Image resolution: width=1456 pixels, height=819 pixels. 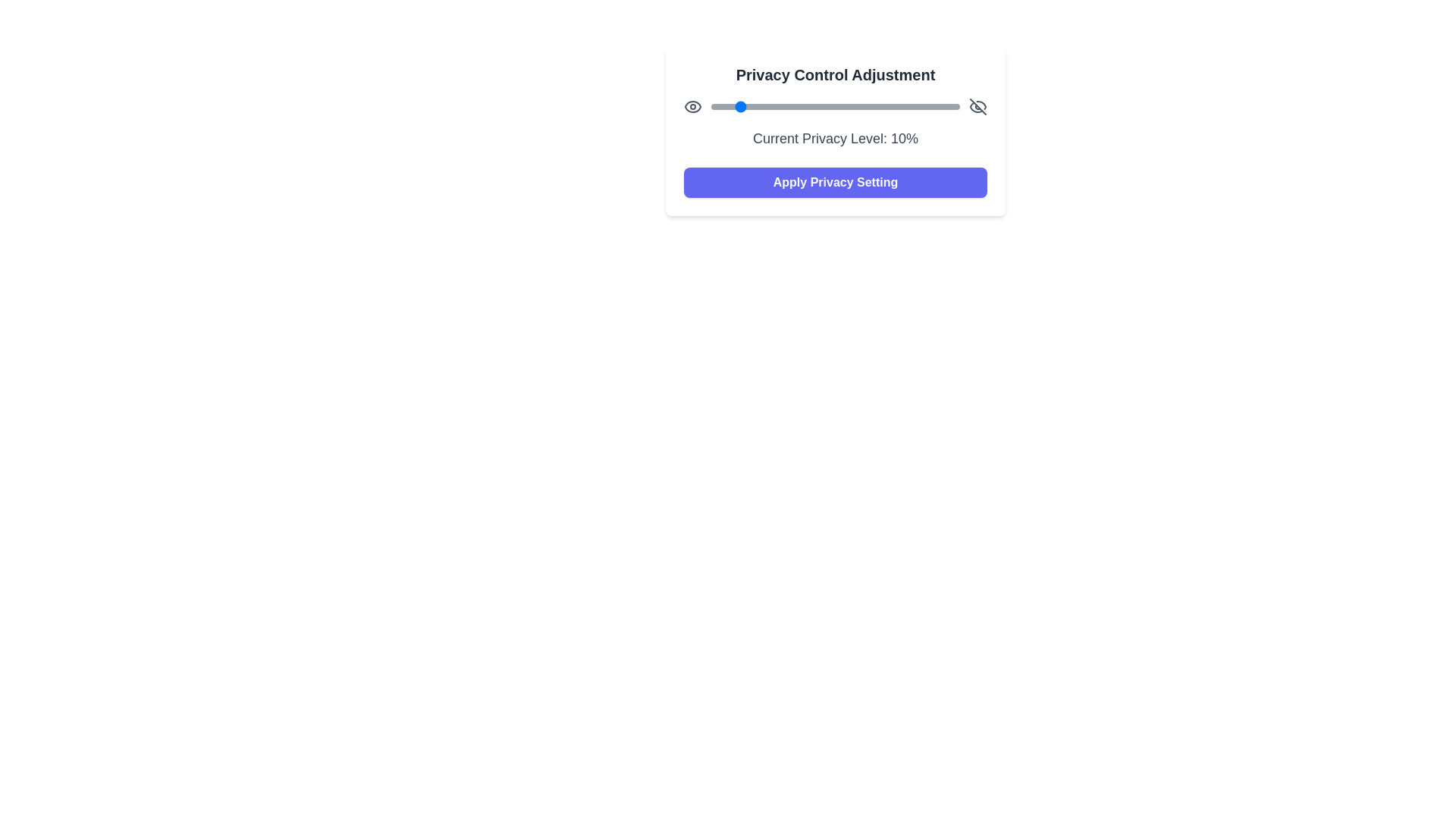 What do you see at coordinates (978, 106) in the screenshot?
I see `the eye-off icon to toggle its functionality` at bounding box center [978, 106].